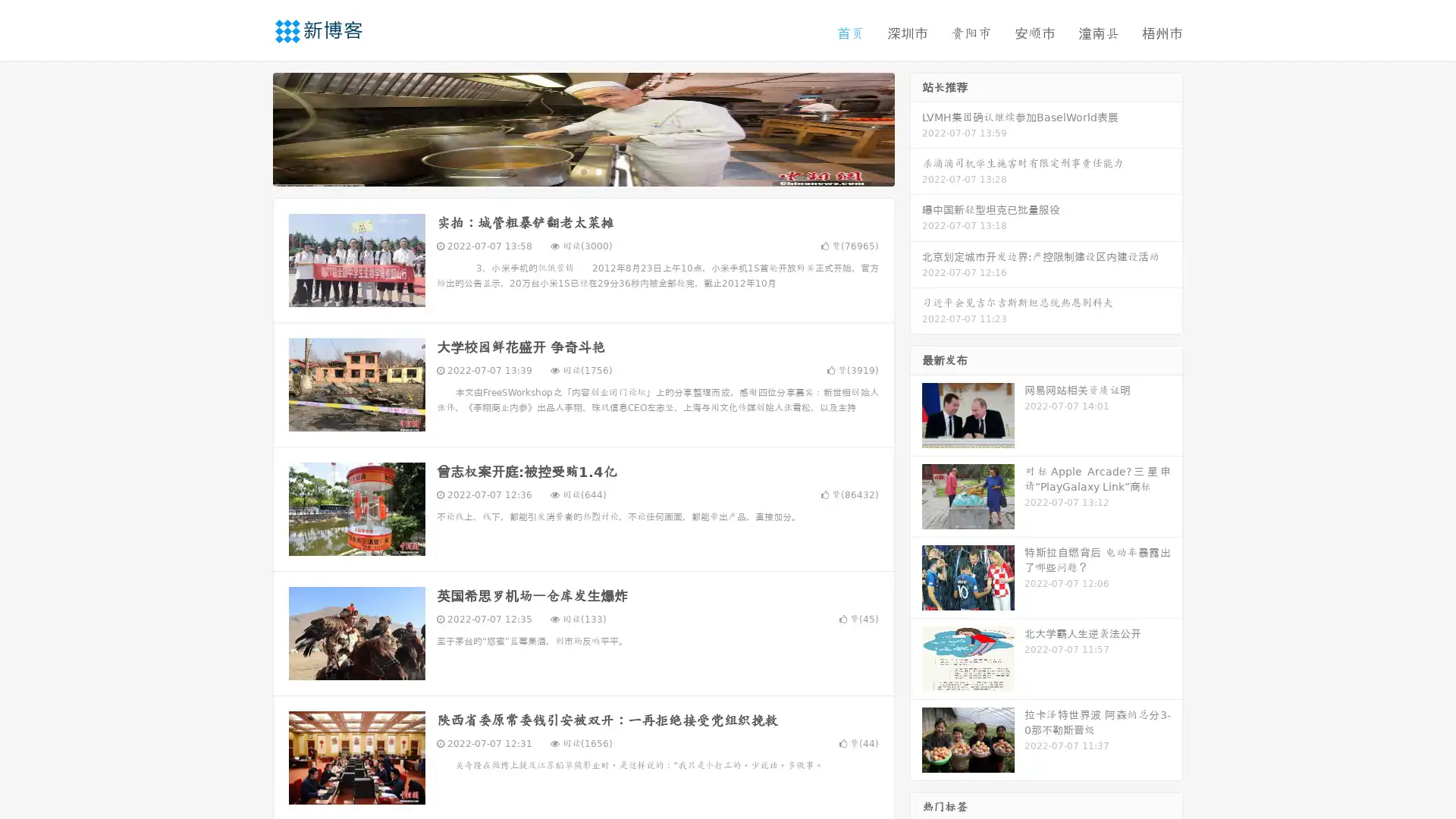  What do you see at coordinates (567, 171) in the screenshot?
I see `Go to slide 1` at bounding box center [567, 171].